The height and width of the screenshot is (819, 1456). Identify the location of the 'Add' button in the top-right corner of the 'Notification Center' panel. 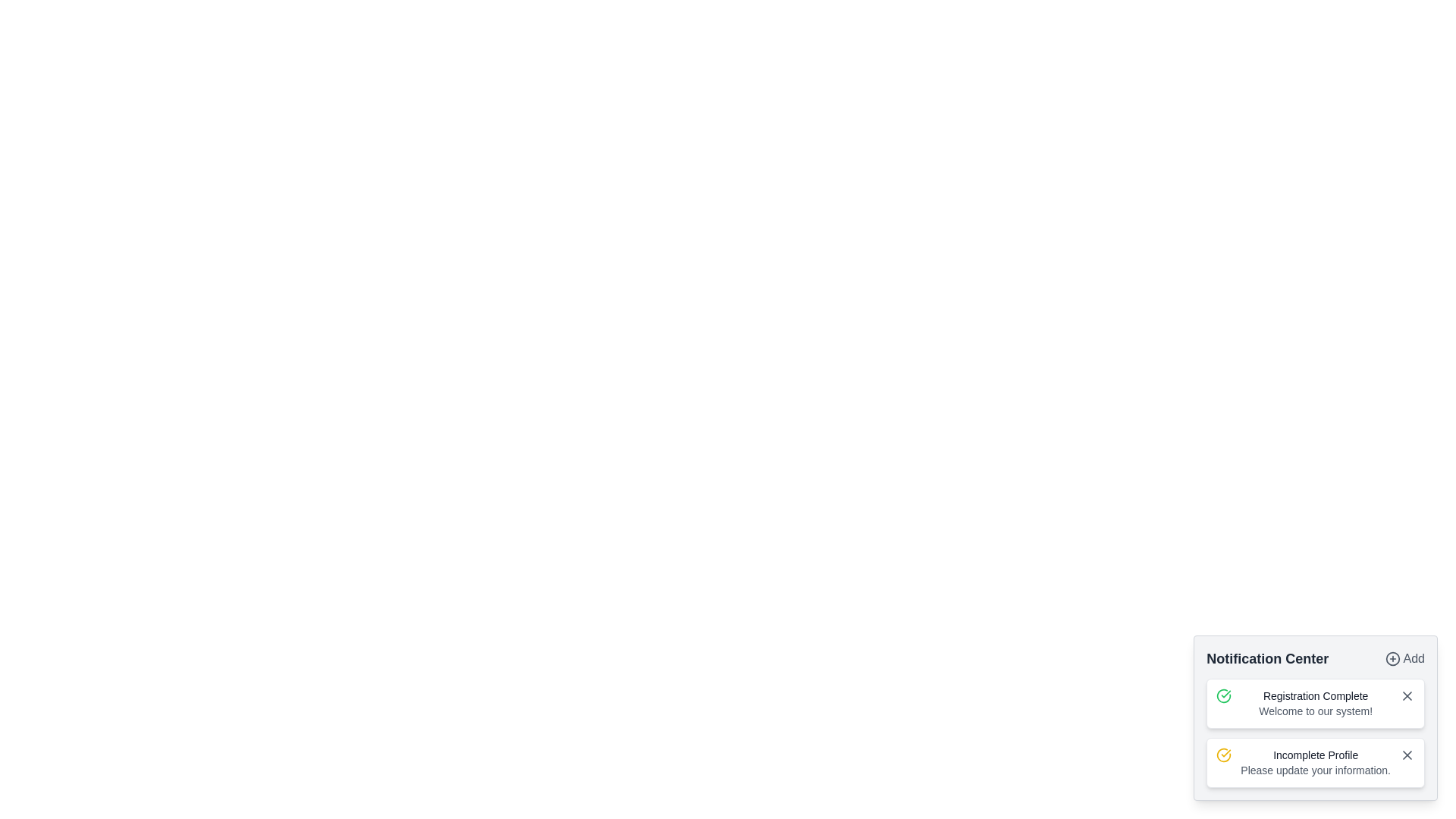
(1404, 657).